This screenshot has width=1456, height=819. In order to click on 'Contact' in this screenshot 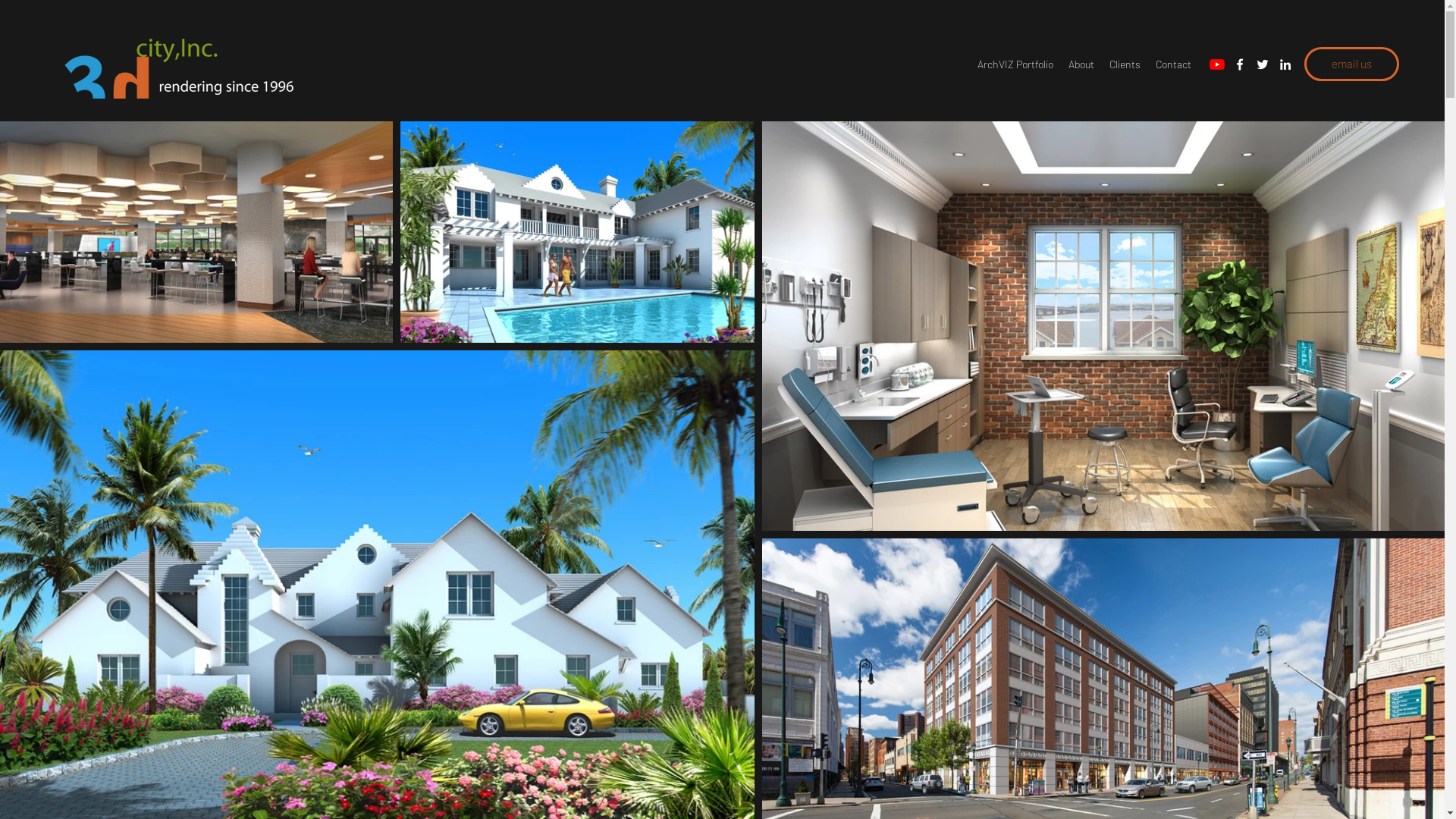, I will do `click(1172, 63)`.